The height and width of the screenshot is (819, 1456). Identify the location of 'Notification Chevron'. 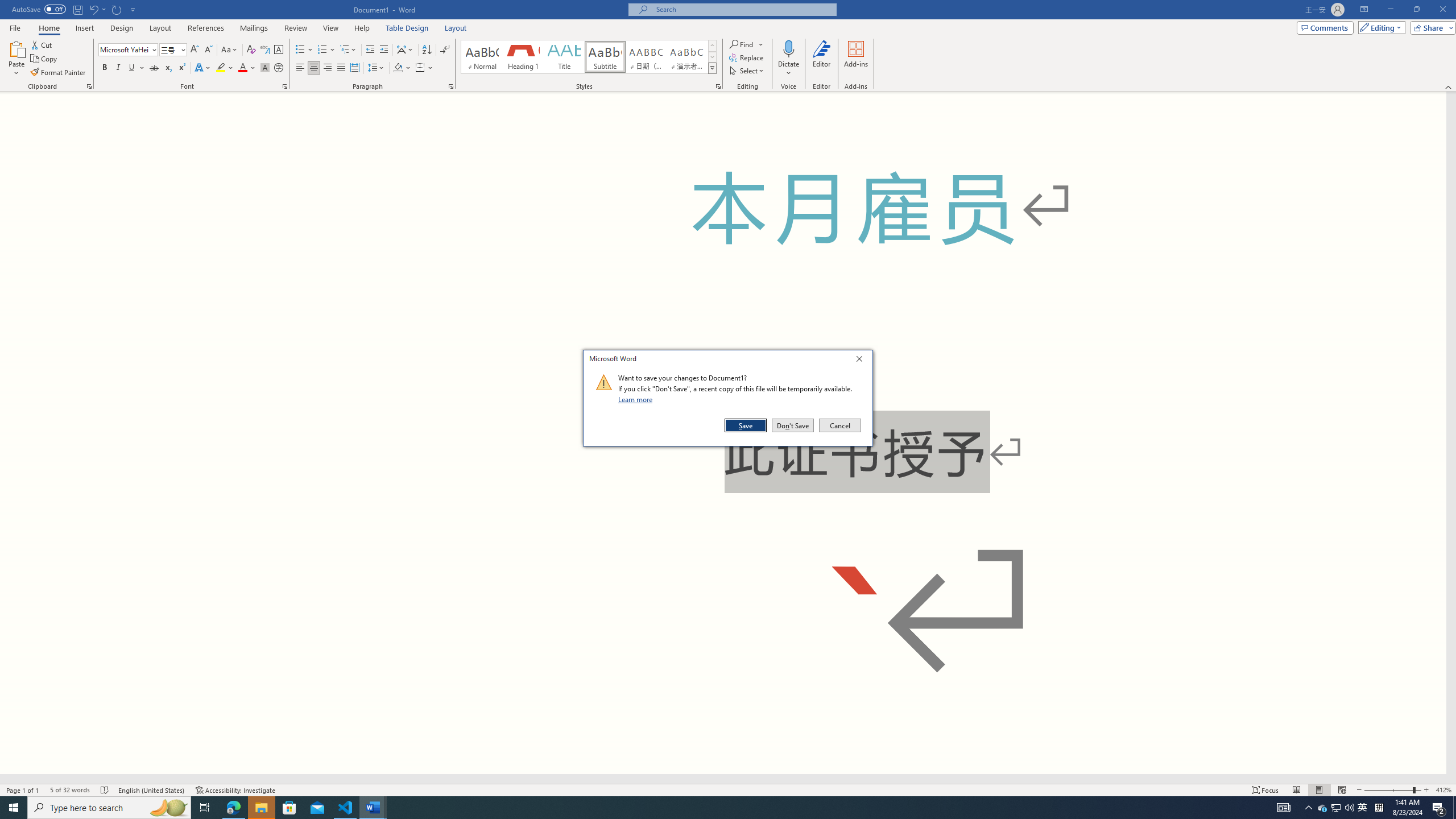
(1322, 806).